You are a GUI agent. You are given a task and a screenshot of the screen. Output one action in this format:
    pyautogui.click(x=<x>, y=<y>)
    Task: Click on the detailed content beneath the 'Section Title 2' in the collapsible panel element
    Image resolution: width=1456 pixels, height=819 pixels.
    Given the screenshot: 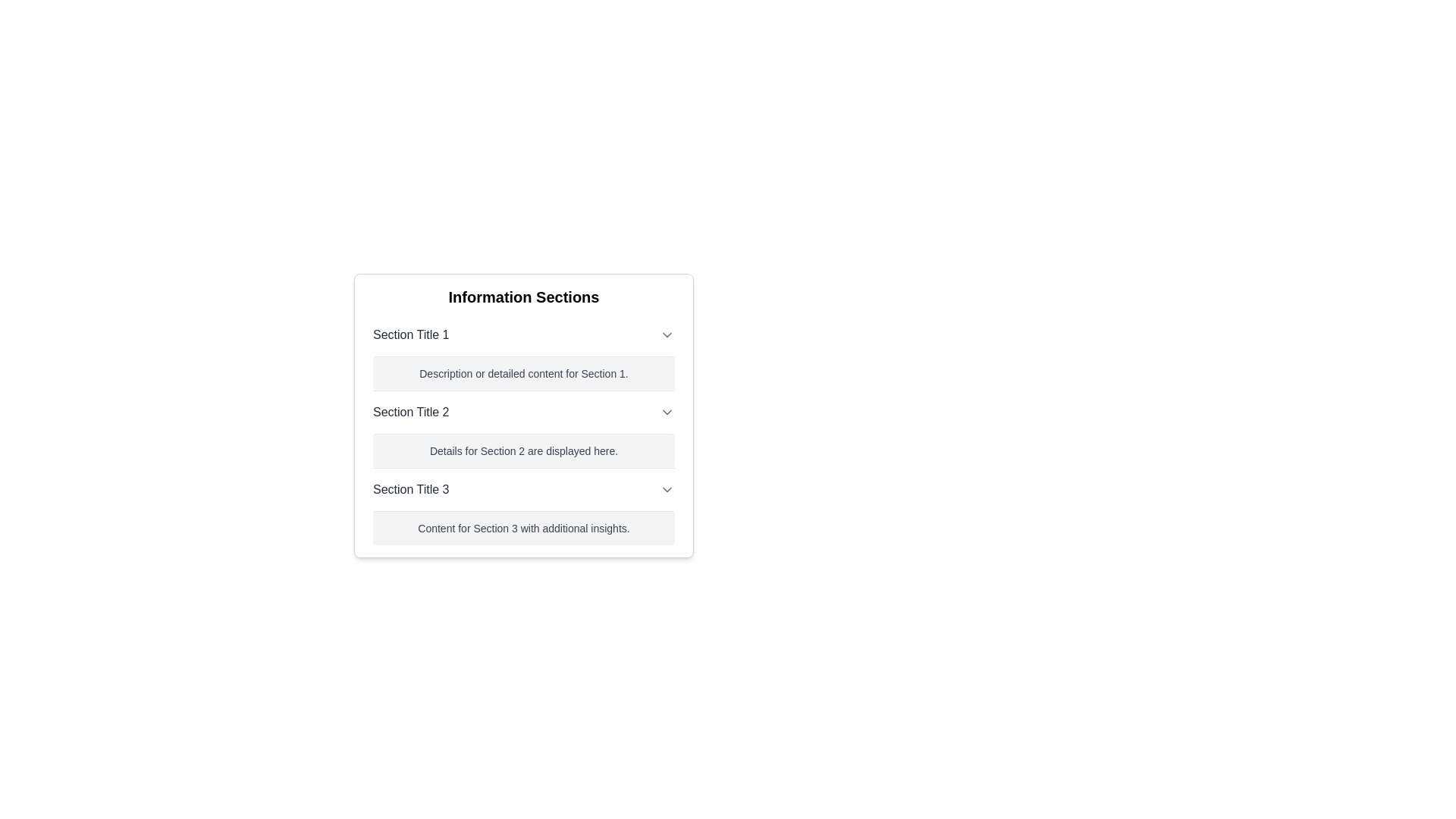 What is the action you would take?
    pyautogui.click(x=524, y=429)
    